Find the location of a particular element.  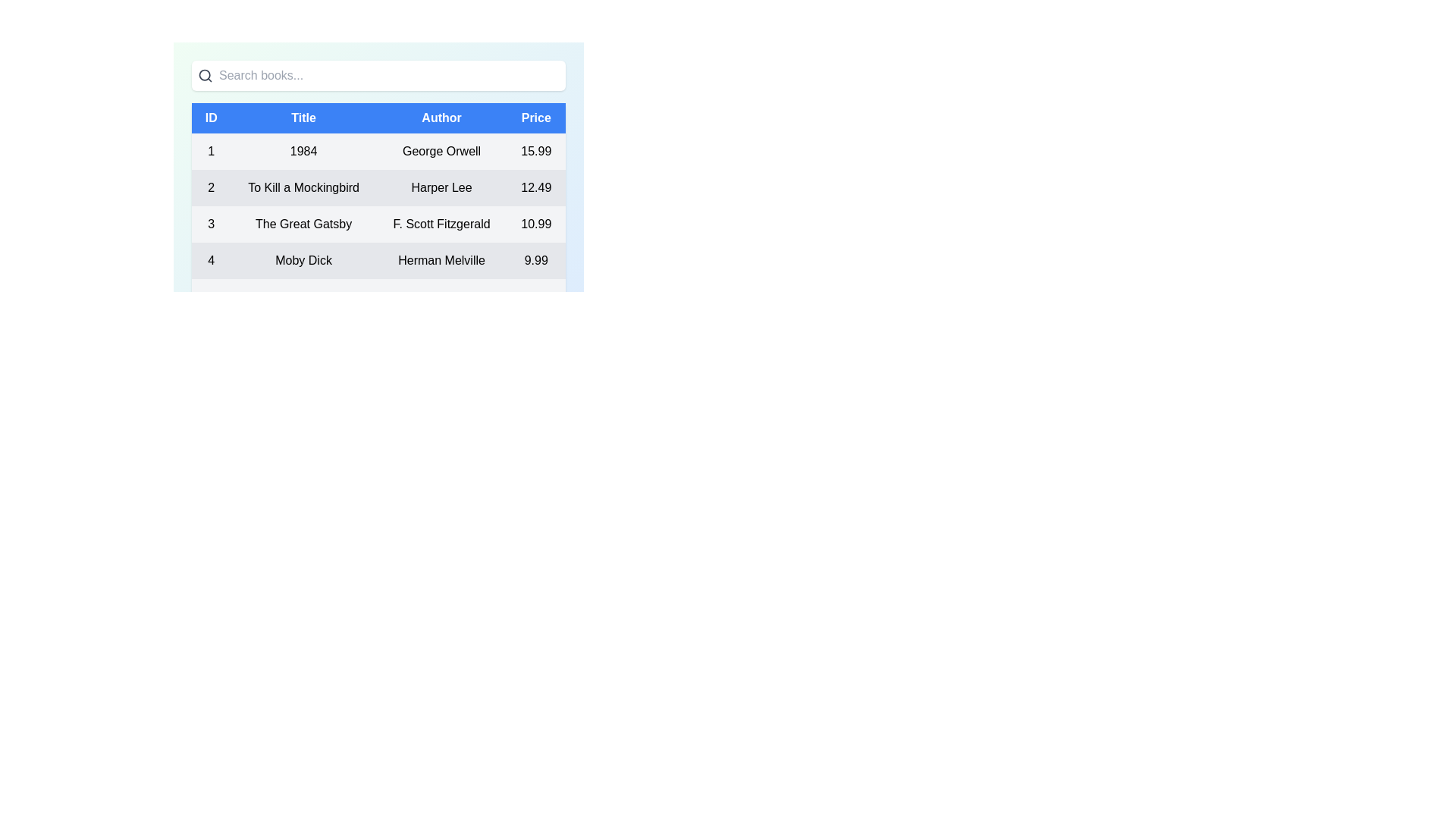

the 'ID' column header cell is located at coordinates (210, 117).